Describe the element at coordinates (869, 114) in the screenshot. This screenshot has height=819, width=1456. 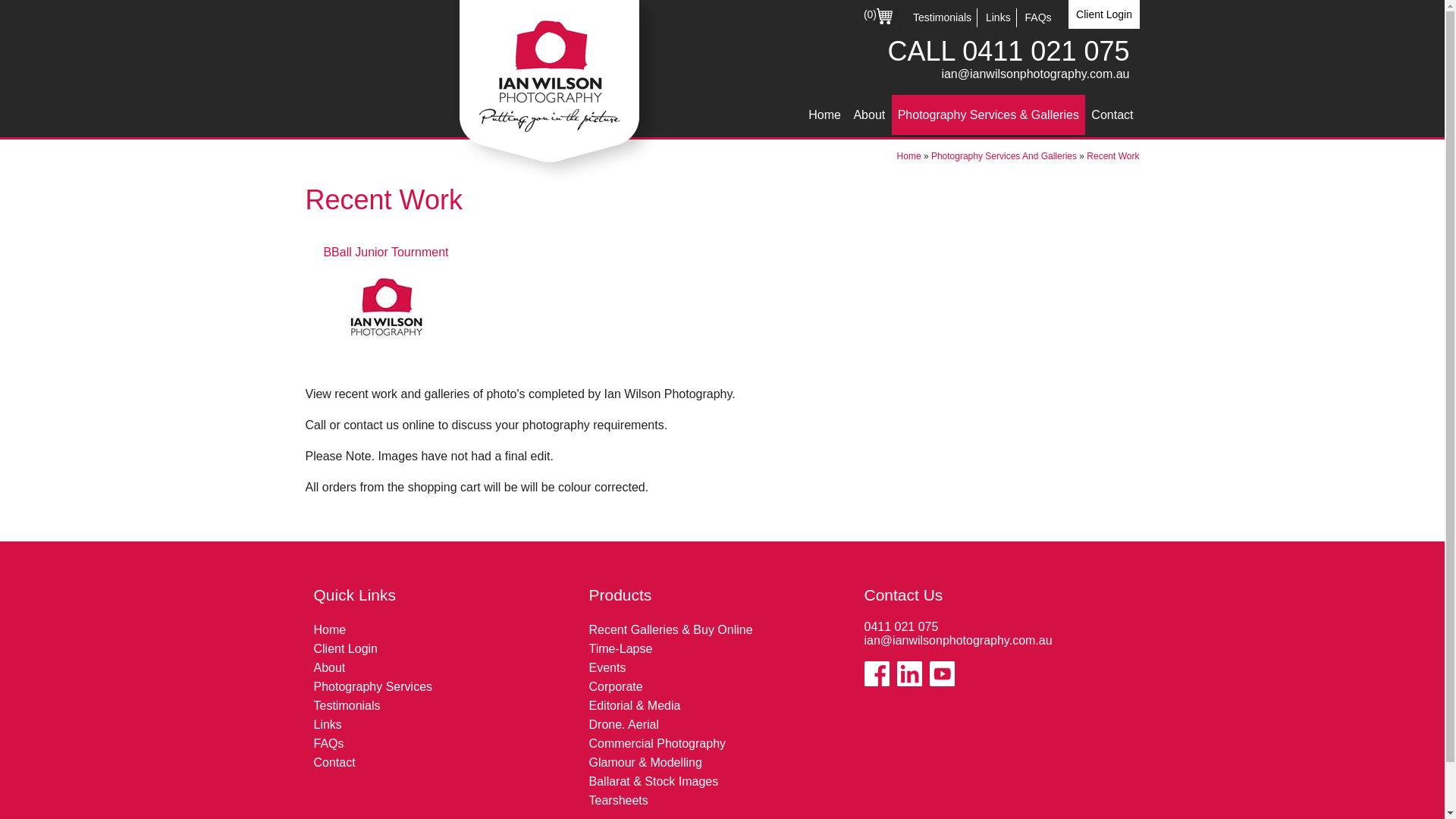
I see `'About'` at that location.